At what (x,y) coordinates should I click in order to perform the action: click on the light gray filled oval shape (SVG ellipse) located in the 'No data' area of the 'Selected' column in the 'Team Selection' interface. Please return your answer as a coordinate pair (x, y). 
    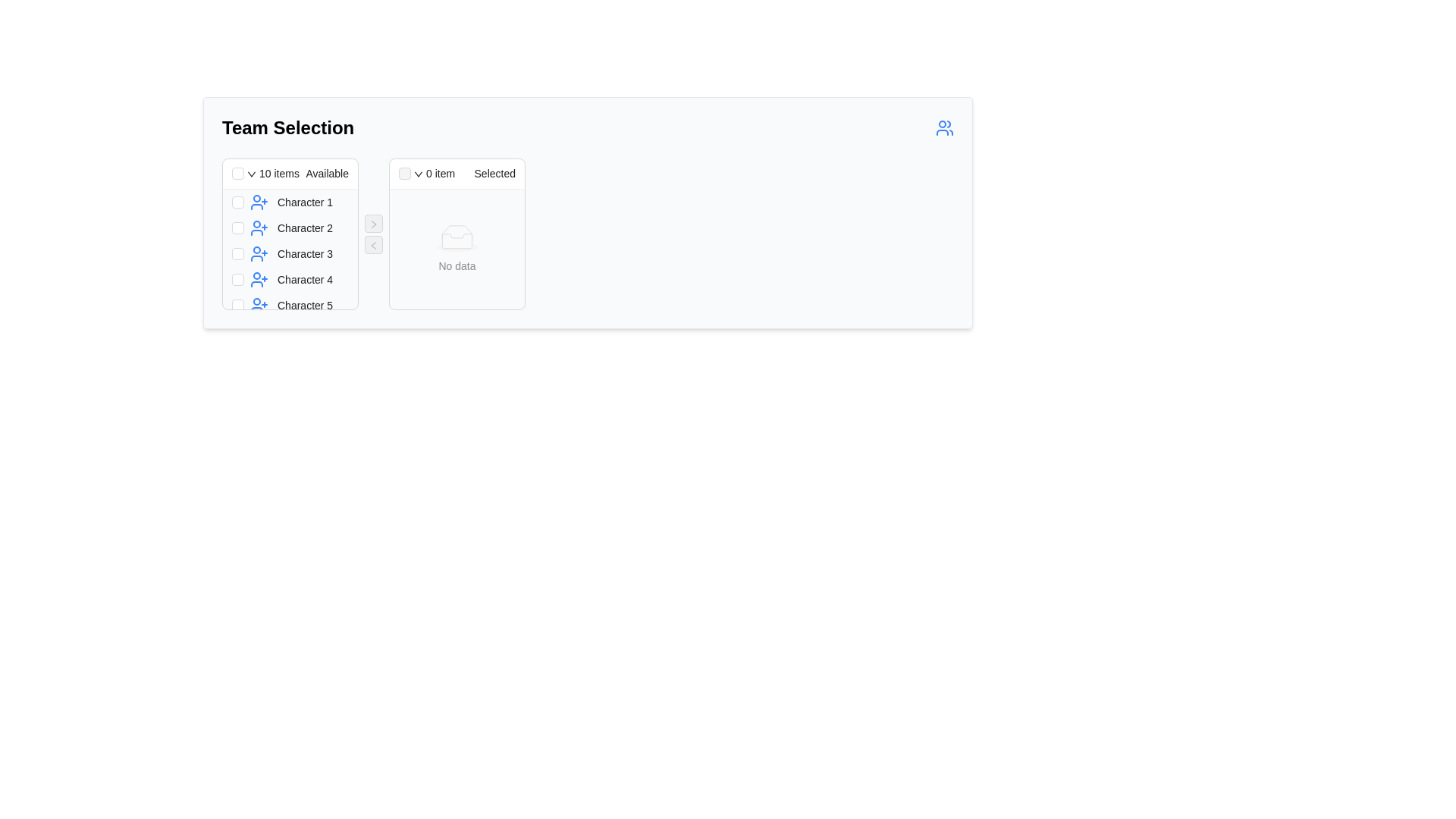
    Looking at the image, I should click on (457, 245).